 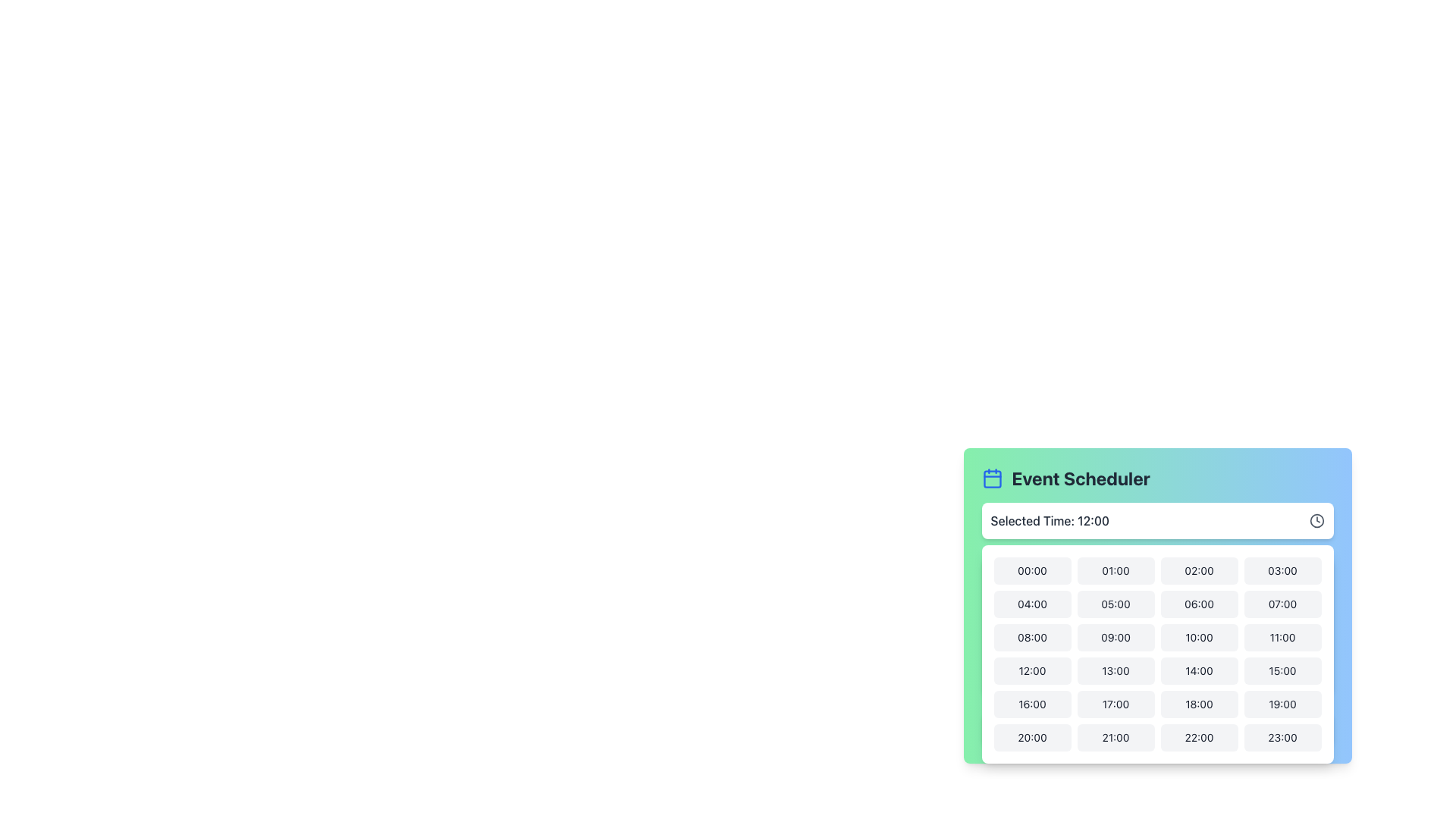 What do you see at coordinates (1198, 736) in the screenshot?
I see `the button located in the last row and third column of the grid` at bounding box center [1198, 736].